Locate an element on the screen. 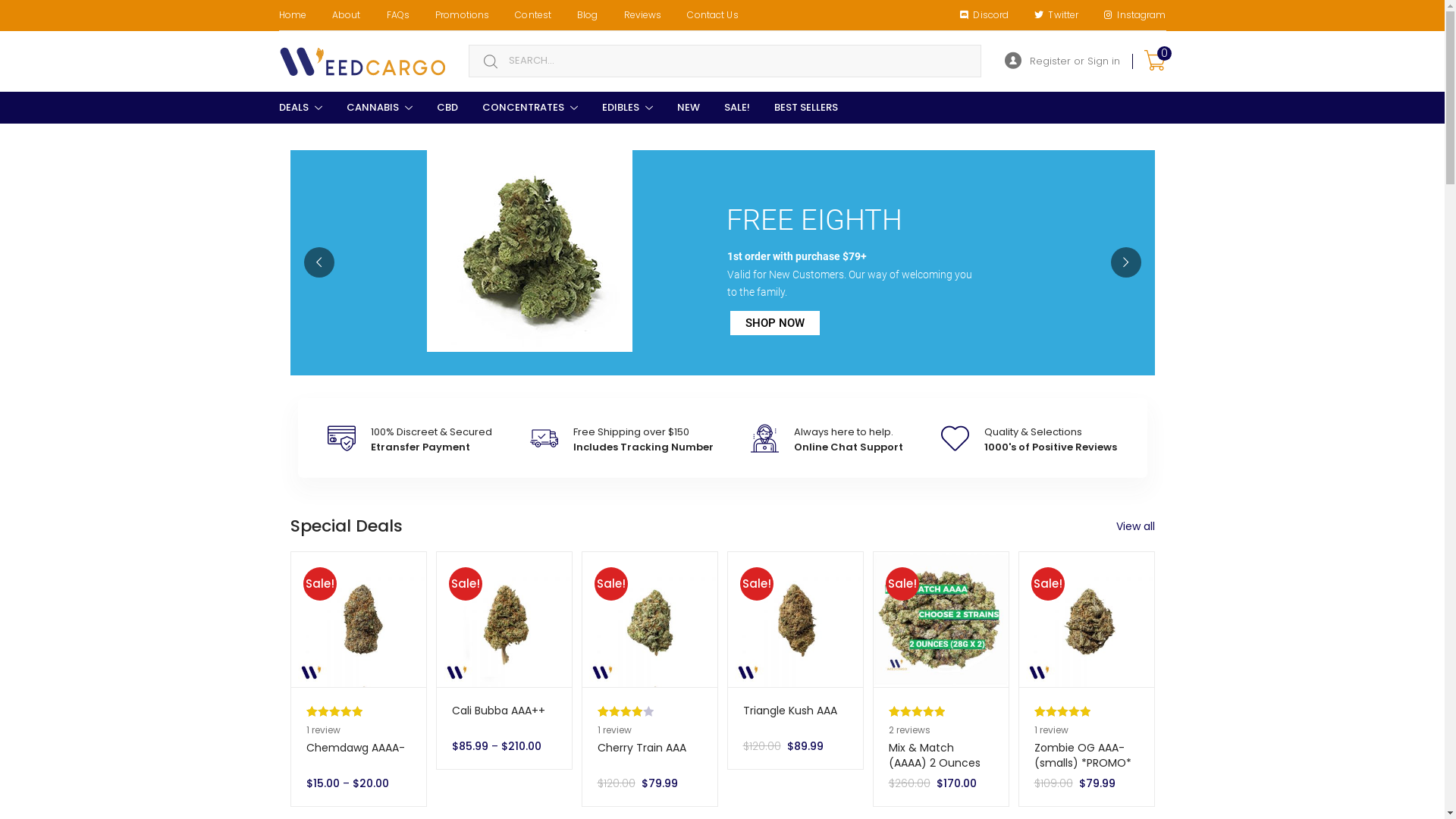  'BEST SELLERS' is located at coordinates (804, 107).